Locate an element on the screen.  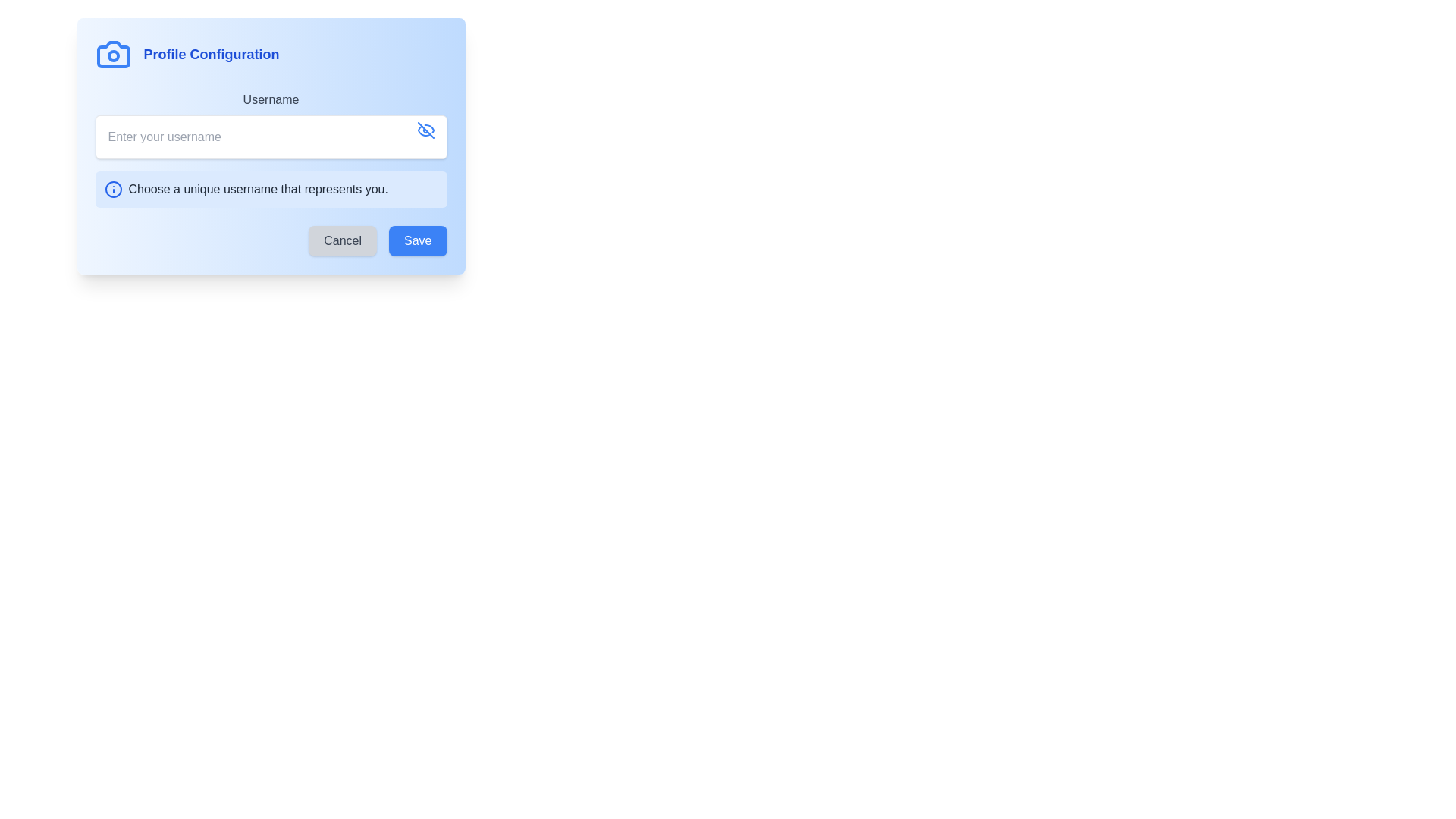
the text label displaying 'Choose a unique username that represents you.' to interact with nearby elements is located at coordinates (258, 189).